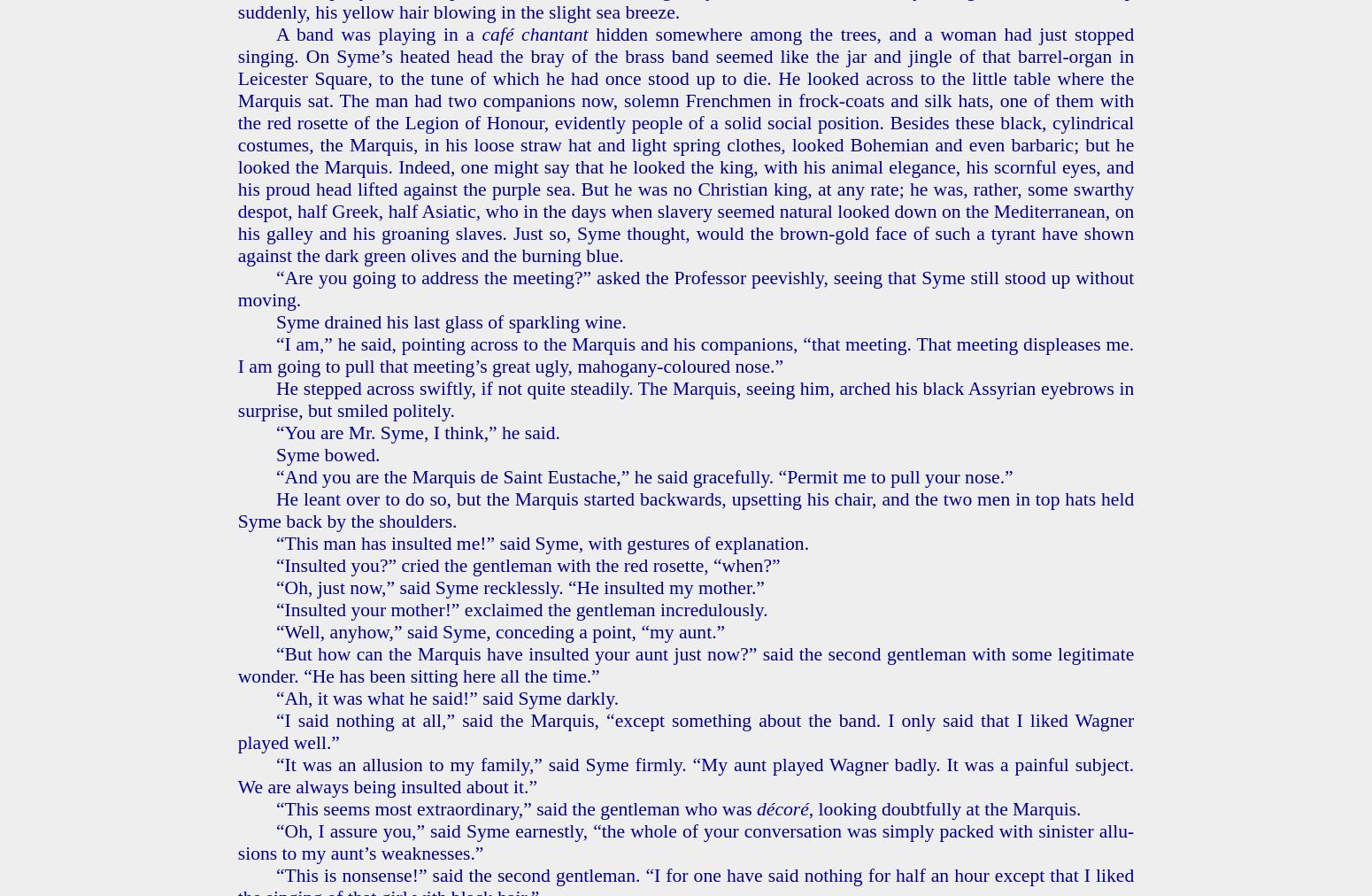 The height and width of the screenshot is (896, 1372). I want to click on '“This man has in­sult­ed me!” said Syme, with ges­tures of ex­pla­na­tion.', so click(542, 541).